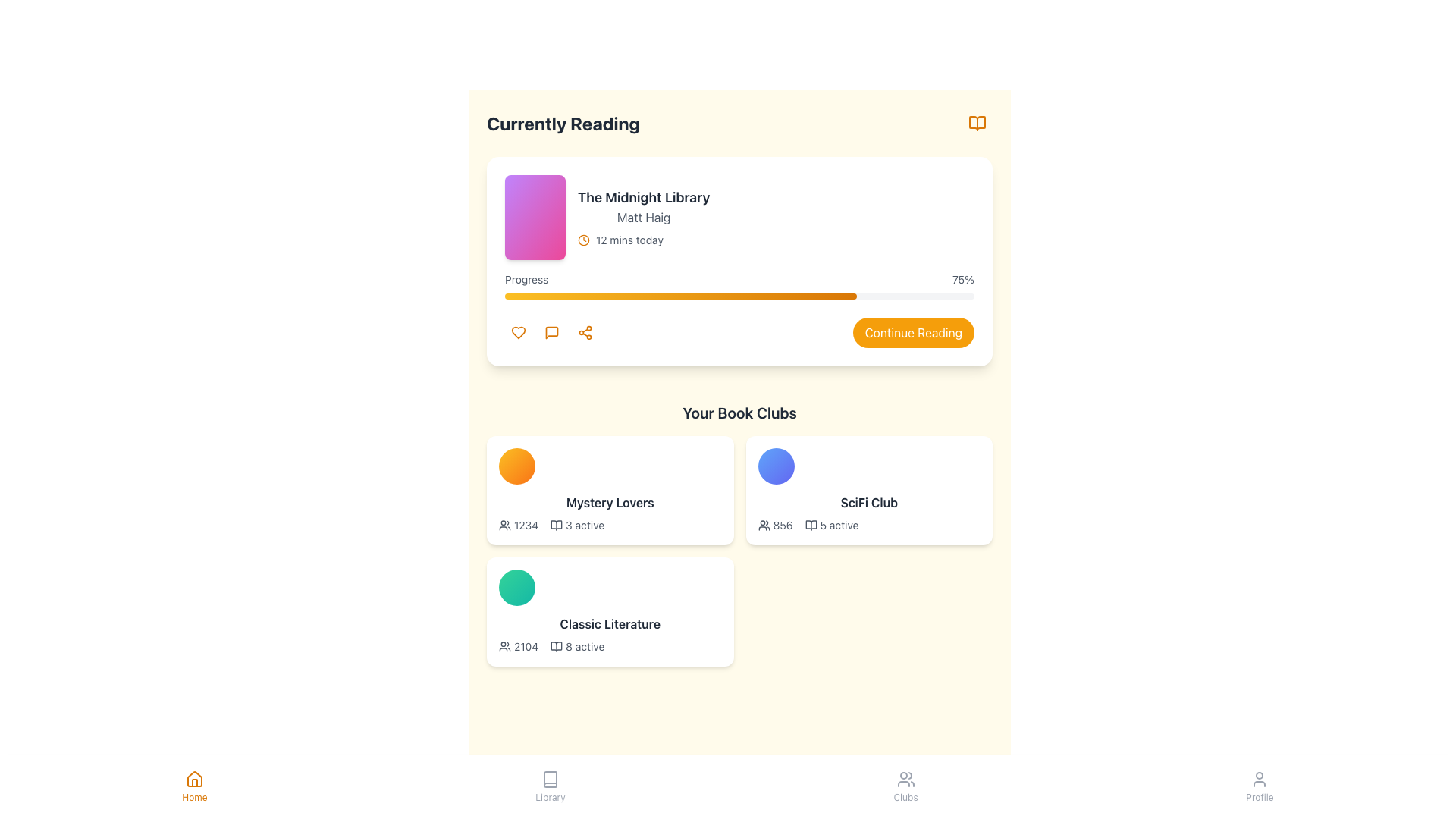  What do you see at coordinates (869, 491) in the screenshot?
I see `the 'SciFi Club' card element, which is a rectangular card with rounded corners and a white background, containing a circular gradient graphic in blue shades and the text 'SciFi Club' and '8565 active', to focus on it` at bounding box center [869, 491].